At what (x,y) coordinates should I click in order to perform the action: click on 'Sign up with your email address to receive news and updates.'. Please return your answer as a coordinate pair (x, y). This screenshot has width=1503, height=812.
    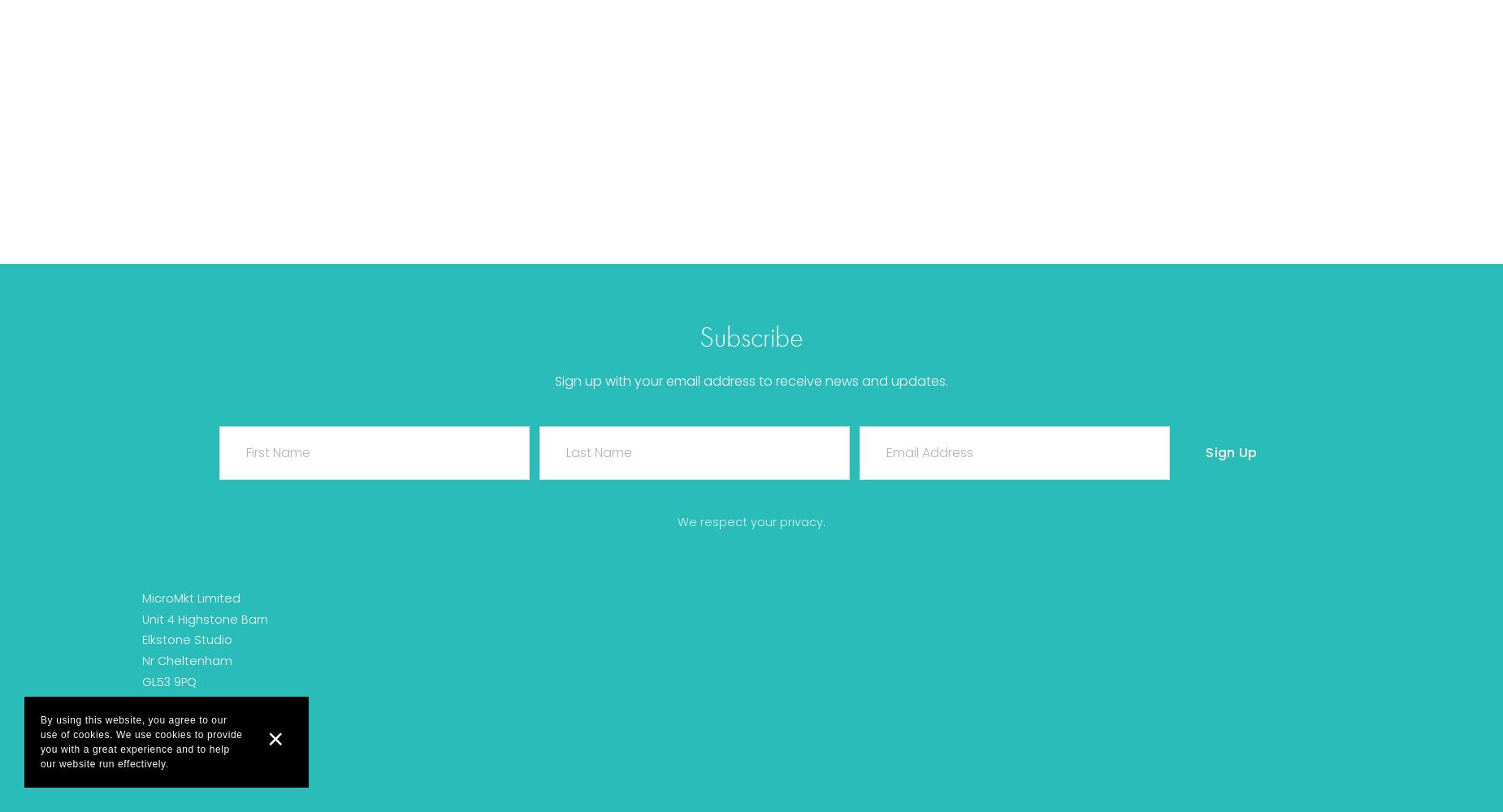
    Looking at the image, I should click on (751, 380).